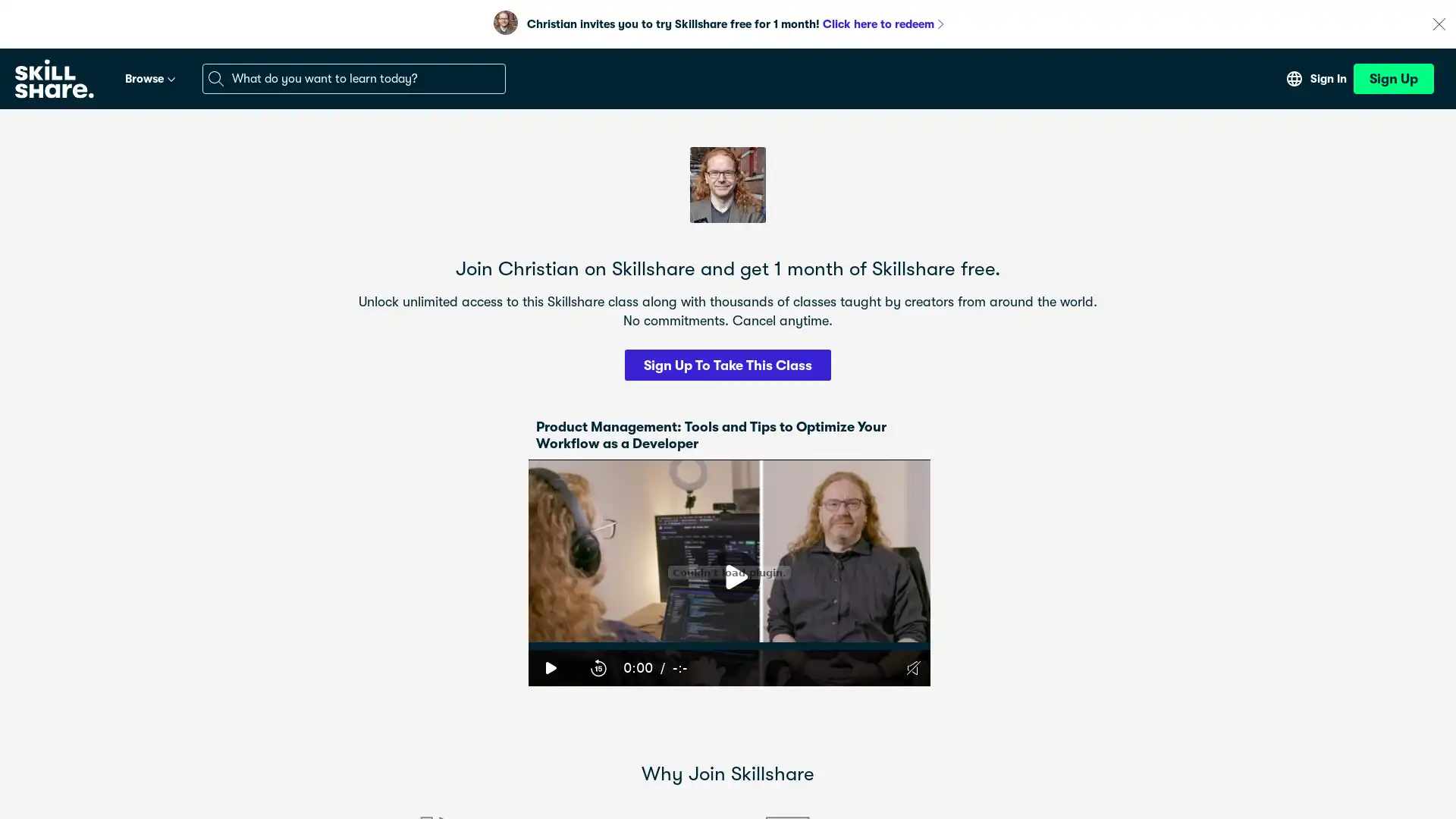 This screenshot has width=1456, height=819. What do you see at coordinates (734, 576) in the screenshot?
I see `Play Video` at bounding box center [734, 576].